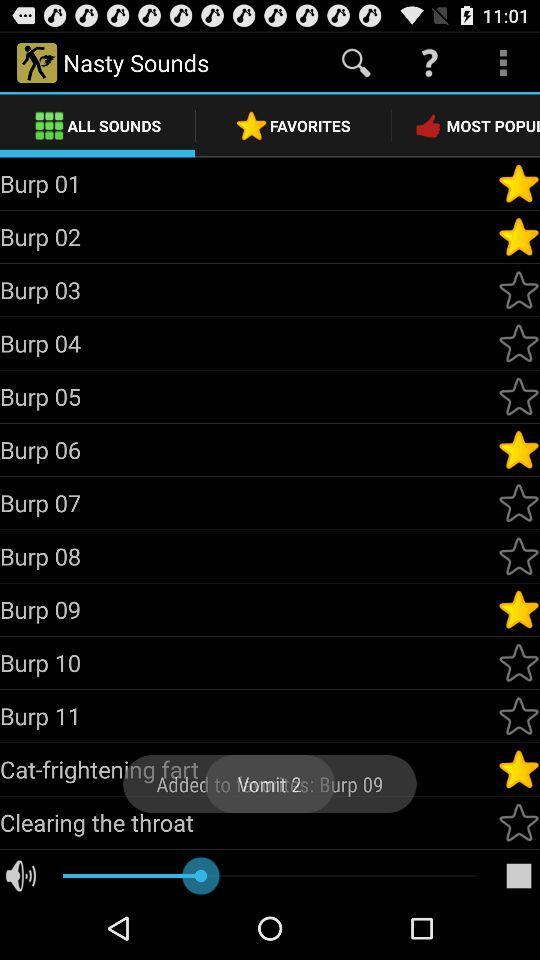 This screenshot has width=540, height=960. I want to click on the sound to your favourites, so click(518, 289).